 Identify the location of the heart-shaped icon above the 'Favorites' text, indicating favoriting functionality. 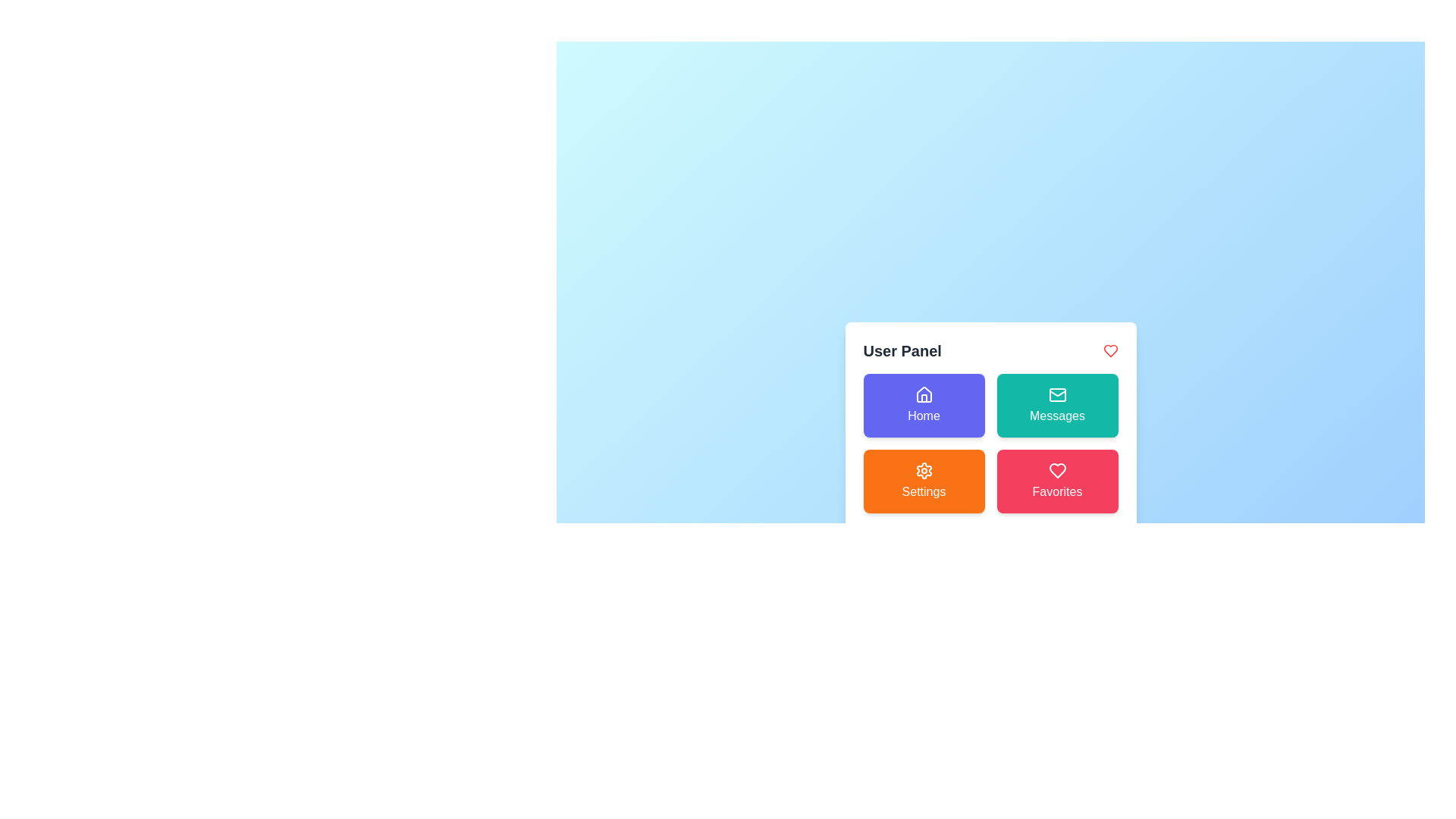
(1056, 470).